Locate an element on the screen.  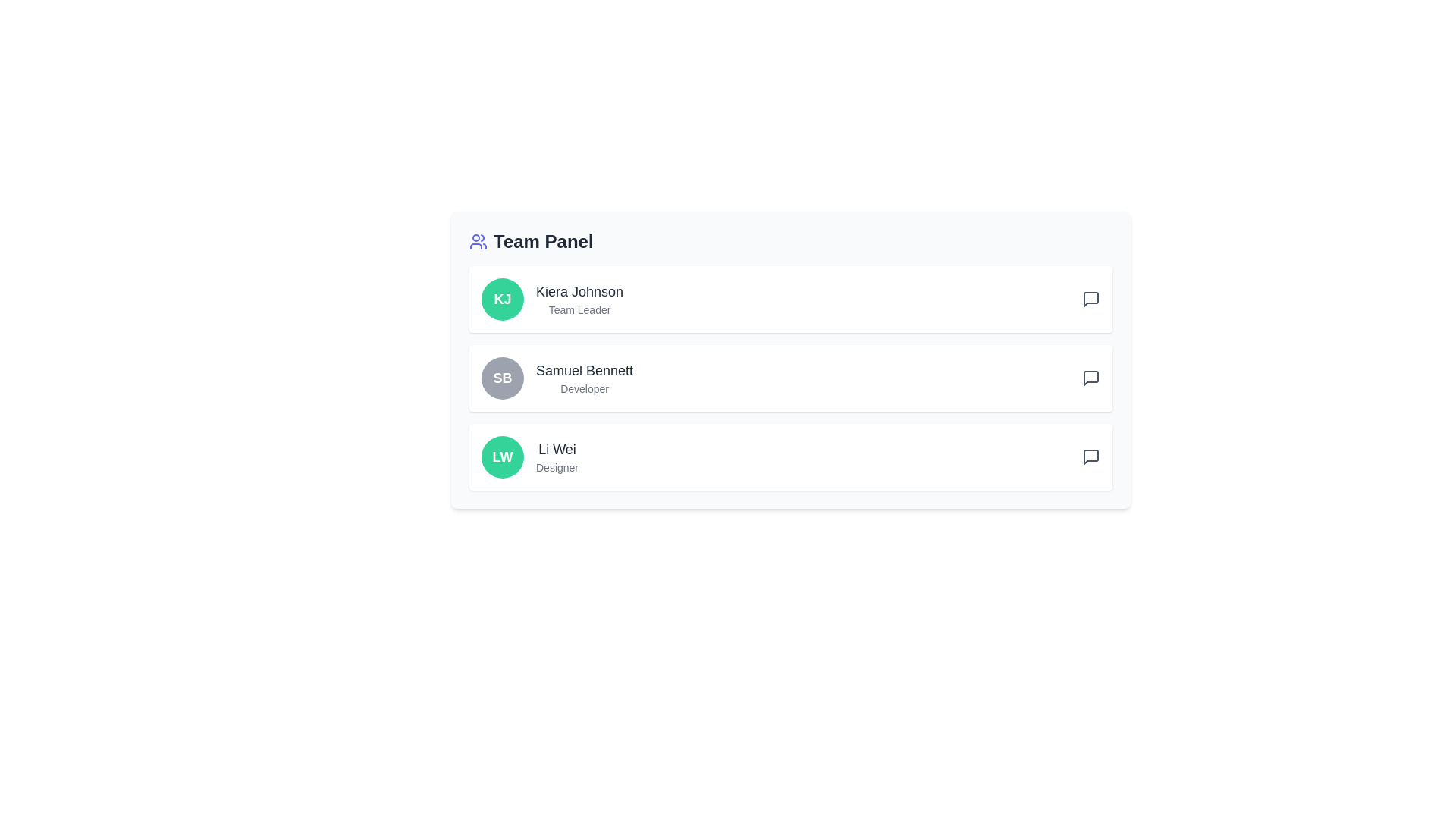
the text label identifying Kiera Johnson as Team Leader, which is positioned horizontally following the circular icon with initials 'KJ' is located at coordinates (579, 299).